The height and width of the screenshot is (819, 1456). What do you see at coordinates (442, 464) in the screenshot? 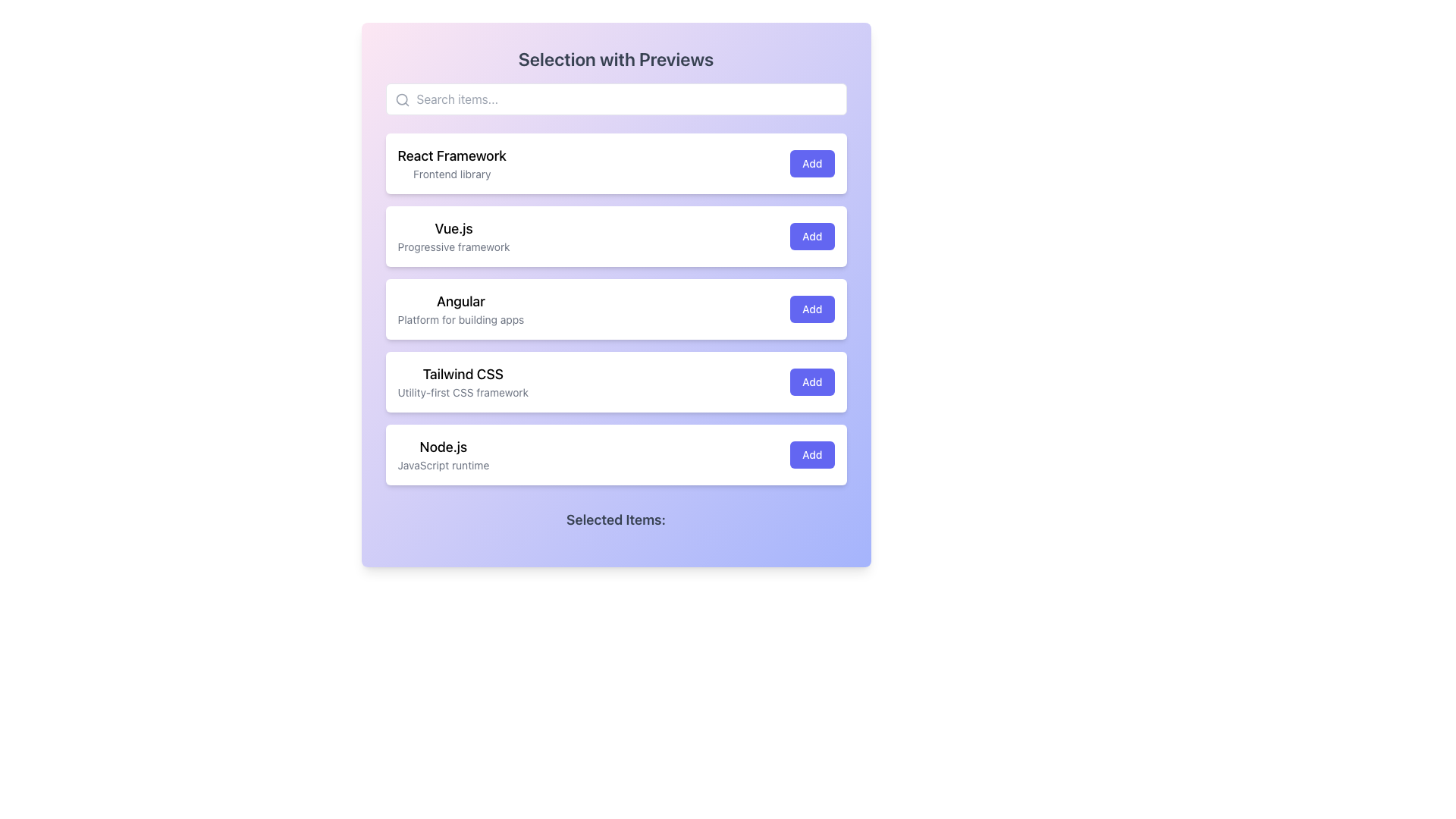
I see `the static descriptive label displaying the text 'JavaScript runtime', which is located directly below the 'Node.js' title and aligned left` at bounding box center [442, 464].